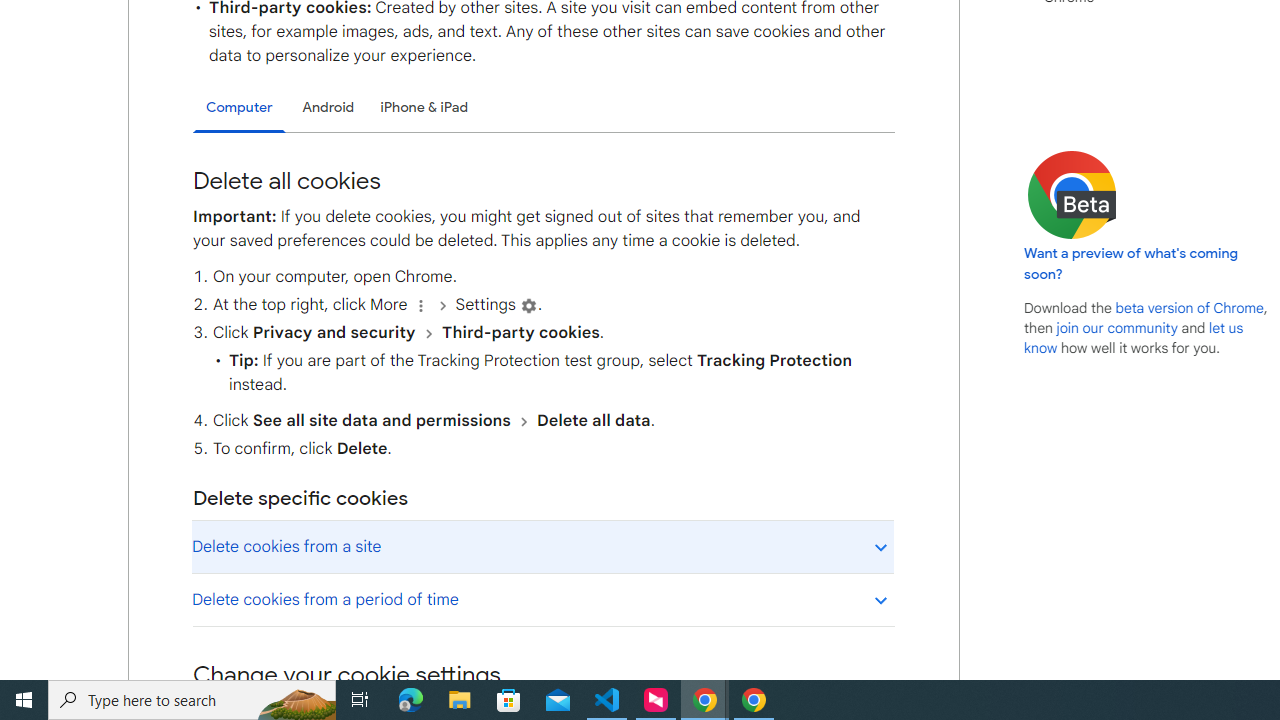  I want to click on 'Settings', so click(529, 305).